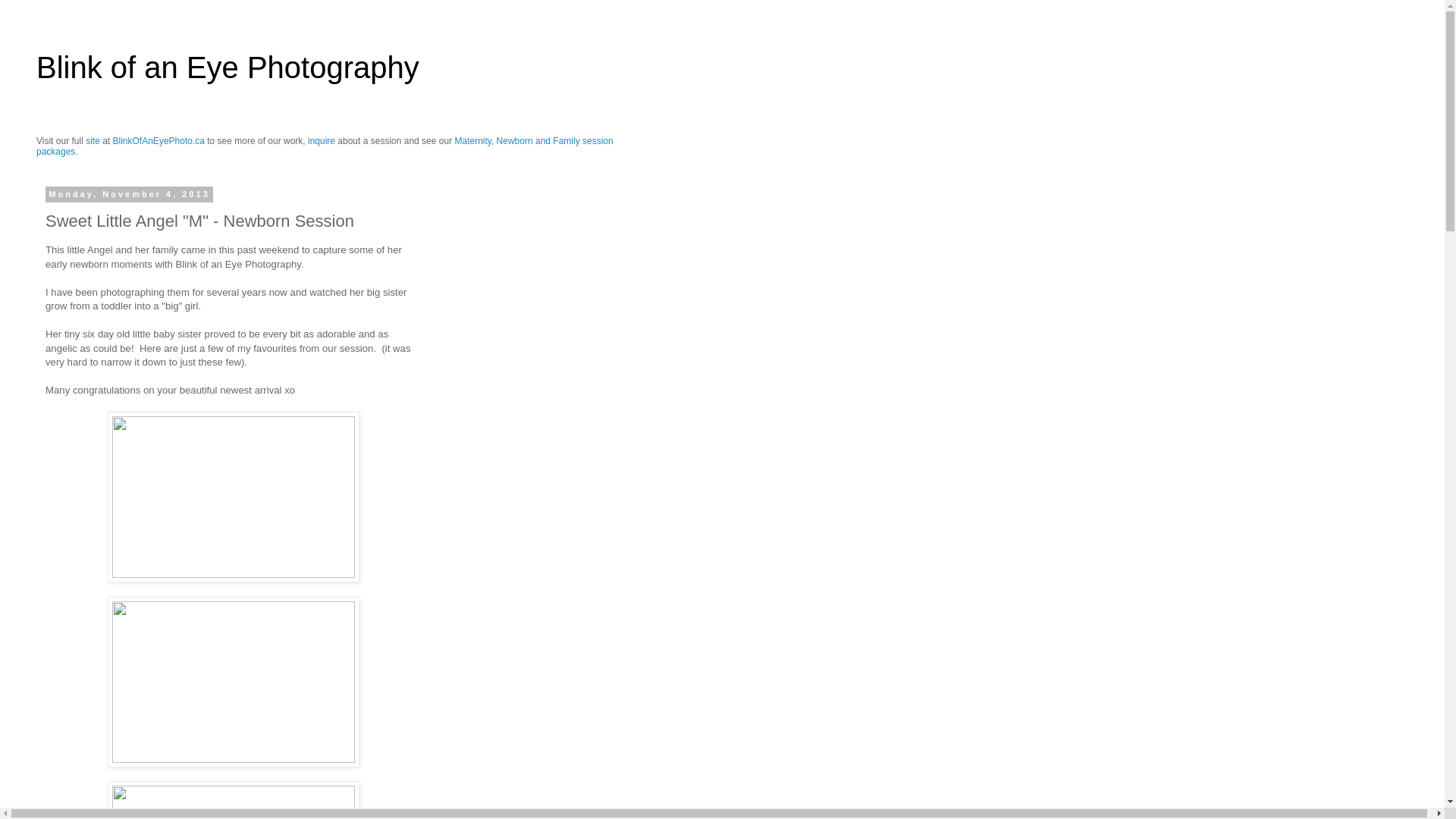 This screenshot has width=1456, height=819. I want to click on 'Maternity, Newborn and Family session packages', so click(324, 146).